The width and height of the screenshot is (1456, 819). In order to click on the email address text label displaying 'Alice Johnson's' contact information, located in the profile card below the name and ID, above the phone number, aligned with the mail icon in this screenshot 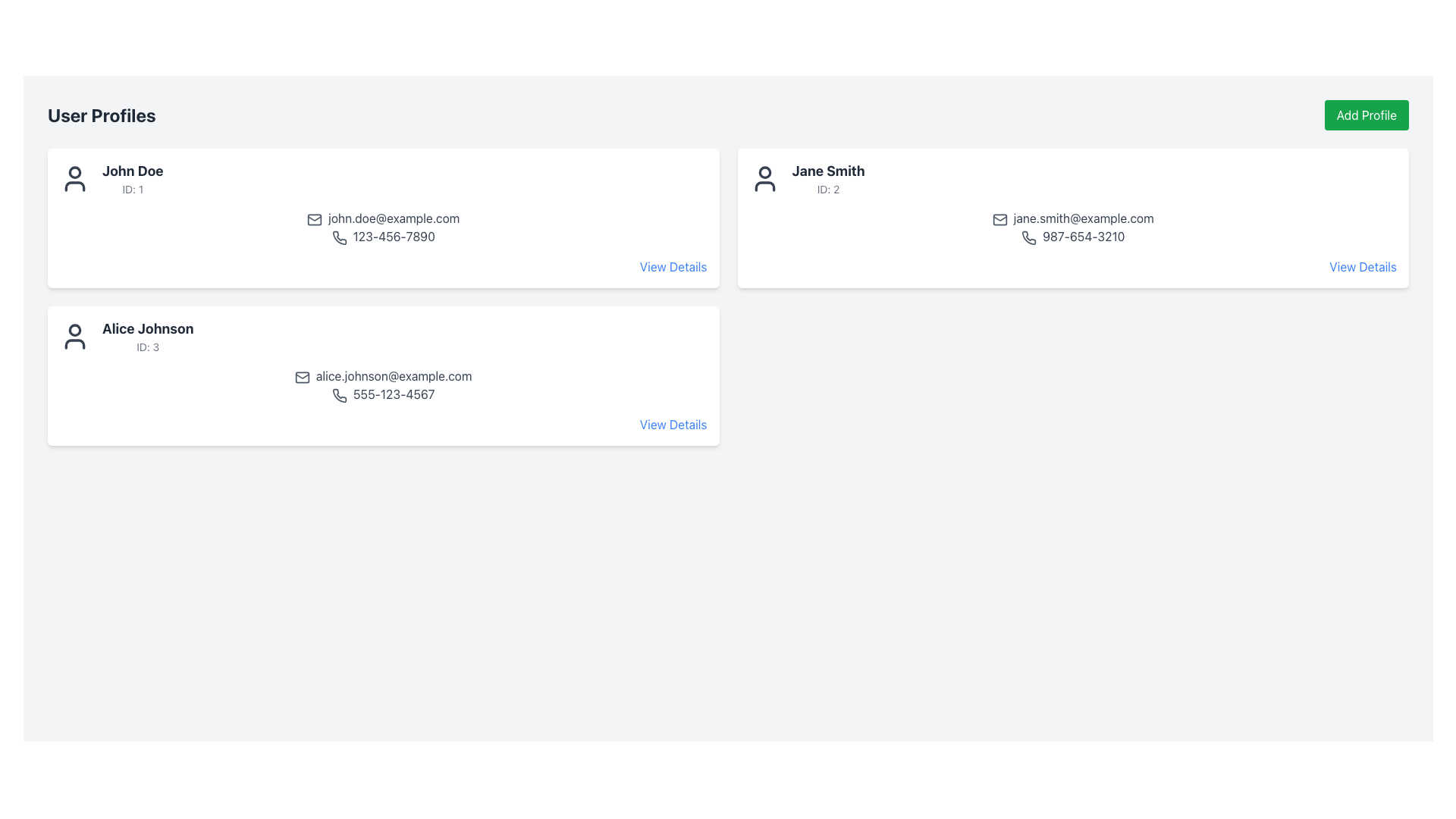, I will do `click(383, 375)`.